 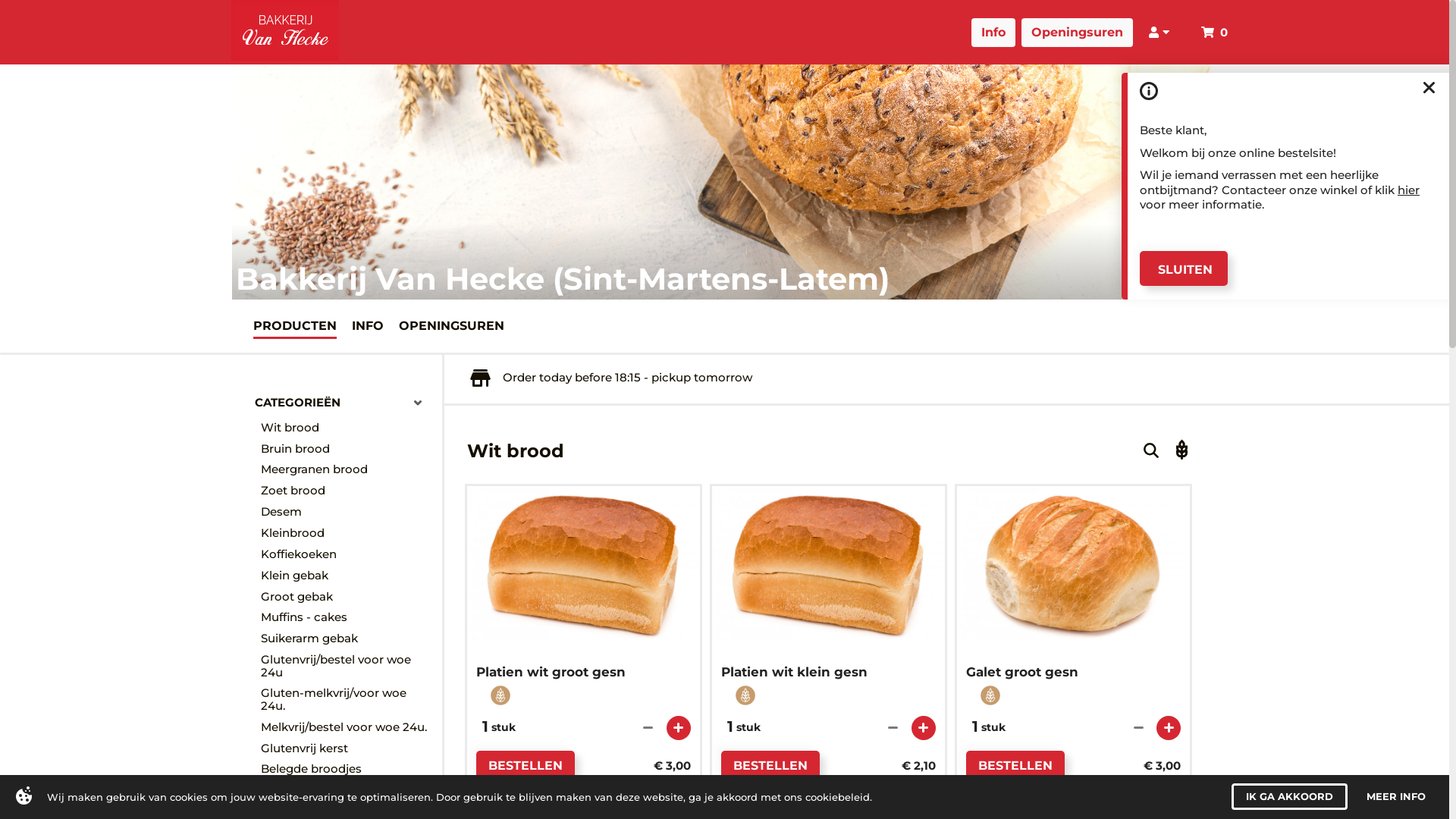 What do you see at coordinates (450, 325) in the screenshot?
I see `'OPENINGSUREN'` at bounding box center [450, 325].